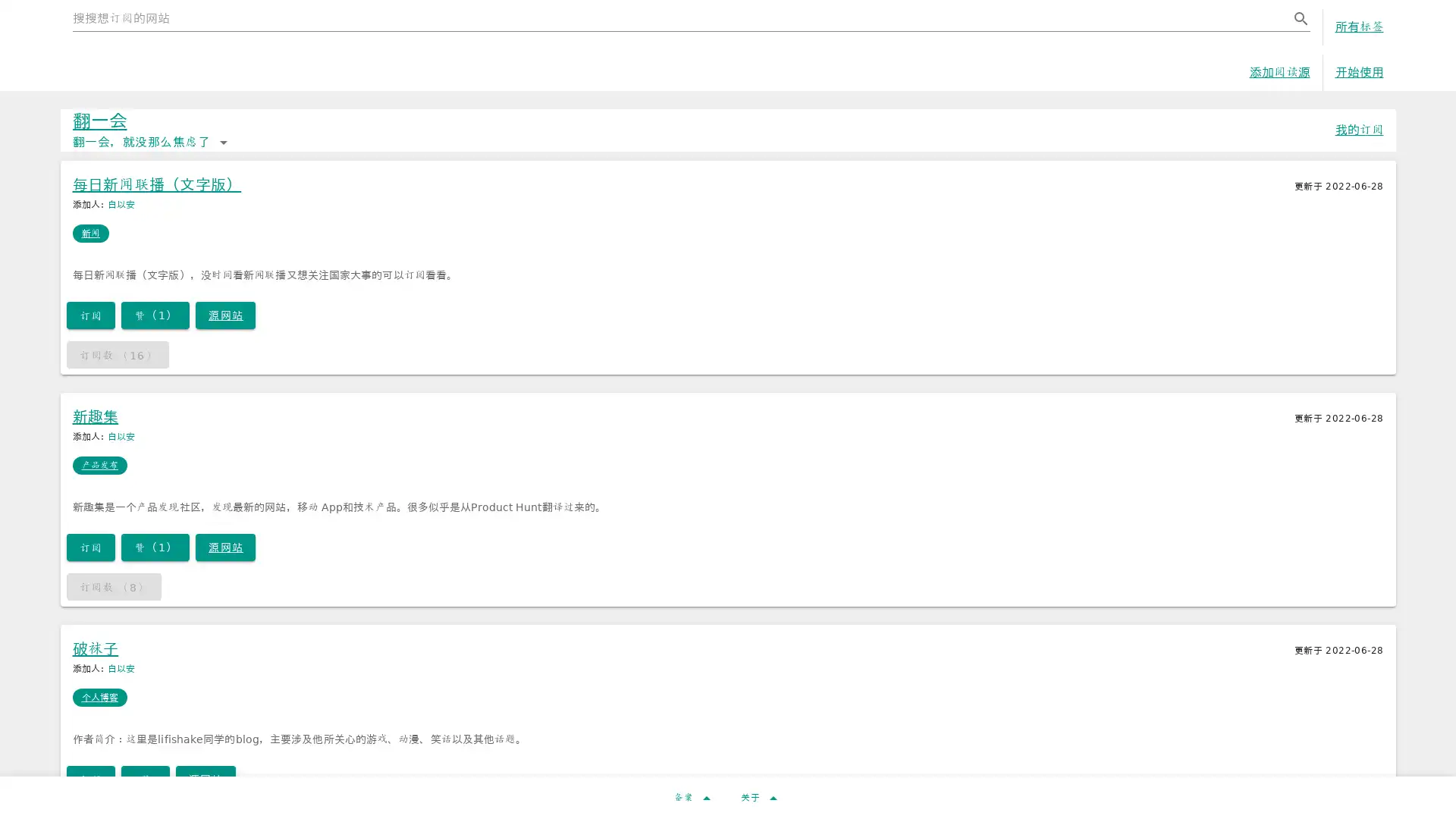 This screenshot has width=1456, height=819. I want to click on (8), so click(112, 592).